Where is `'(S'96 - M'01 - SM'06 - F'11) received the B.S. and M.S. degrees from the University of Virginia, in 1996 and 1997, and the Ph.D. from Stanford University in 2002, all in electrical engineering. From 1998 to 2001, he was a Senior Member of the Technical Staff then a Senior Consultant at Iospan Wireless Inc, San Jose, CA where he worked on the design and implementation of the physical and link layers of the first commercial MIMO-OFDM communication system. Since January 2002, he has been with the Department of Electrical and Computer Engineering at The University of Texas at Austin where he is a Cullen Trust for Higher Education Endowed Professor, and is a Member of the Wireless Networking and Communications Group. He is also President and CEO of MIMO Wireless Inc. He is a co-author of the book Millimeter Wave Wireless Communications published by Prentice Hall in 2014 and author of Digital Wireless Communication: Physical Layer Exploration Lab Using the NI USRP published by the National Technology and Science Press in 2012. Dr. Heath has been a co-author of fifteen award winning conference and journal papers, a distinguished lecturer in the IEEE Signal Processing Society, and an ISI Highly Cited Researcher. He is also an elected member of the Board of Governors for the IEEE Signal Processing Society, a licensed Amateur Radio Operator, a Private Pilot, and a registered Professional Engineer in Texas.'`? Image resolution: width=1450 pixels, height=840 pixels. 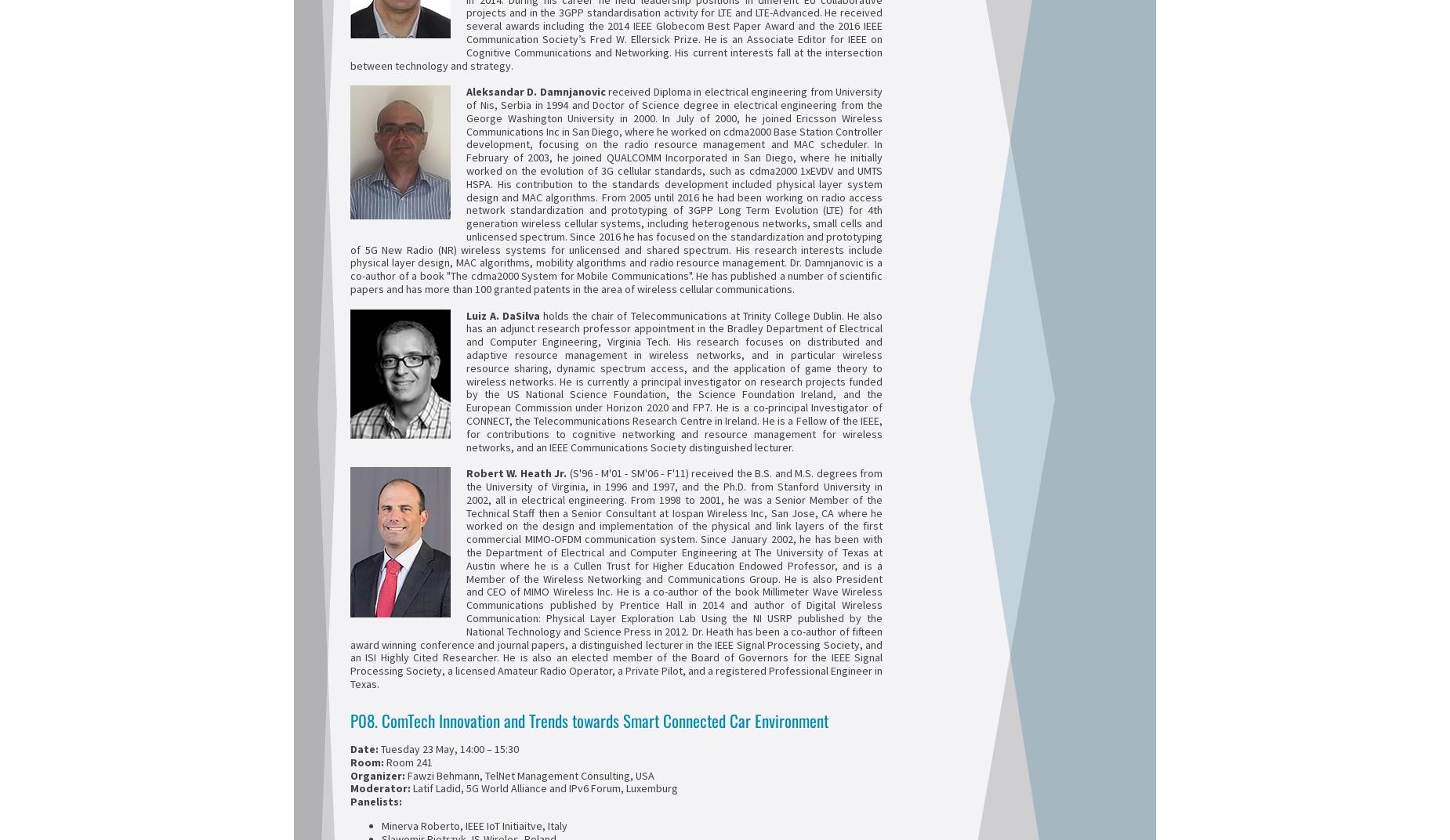 '(S'96 - M'01 - SM'06 - F'11) received the B.S. and M.S. degrees from the University of Virginia, in 1996 and 1997, and the Ph.D. from Stanford University in 2002, all in electrical engineering. From 1998 to 2001, he was a Senior Member of the Technical Staff then a Senior Consultant at Iospan Wireless Inc, San Jose, CA where he worked on the design and implementation of the physical and link layers of the first commercial MIMO-OFDM communication system. Since January 2002, he has been with the Department of Electrical and Computer Engineering at The University of Texas at Austin where he is a Cullen Trust for Higher Education Endowed Professor, and is a Member of the Wireless Networking and Communications Group. He is also President and CEO of MIMO Wireless Inc. He is a co-author of the book Millimeter Wave Wireless Communications published by Prentice Hall in 2014 and author of Digital Wireless Communication: Physical Layer Exploration Lab Using the NI USRP published by the National Technology and Science Press in 2012. Dr. Heath has been a co-author of fifteen award winning conference and journal papers, a distinguished lecturer in the IEEE Signal Processing Society, and an ISI Highly Cited Researcher. He is also an elected member of the Board of Governors for the IEEE Signal Processing Society, a licensed Amateur Radio Operator, a Private Pilot, and a registered Professional Engineer in Texas.' is located at coordinates (616, 577).